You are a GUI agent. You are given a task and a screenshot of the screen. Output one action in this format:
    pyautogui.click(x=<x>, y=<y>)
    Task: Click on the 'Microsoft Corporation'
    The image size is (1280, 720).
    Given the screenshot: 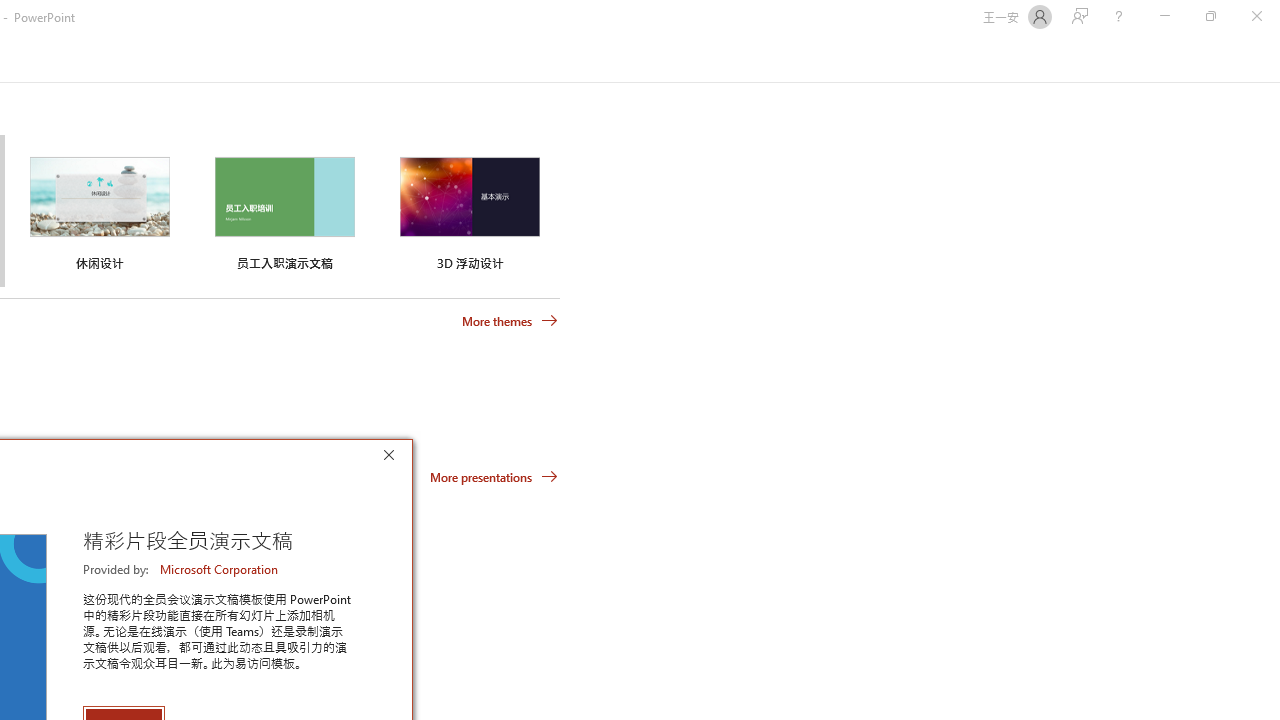 What is the action you would take?
    pyautogui.click(x=220, y=569)
    